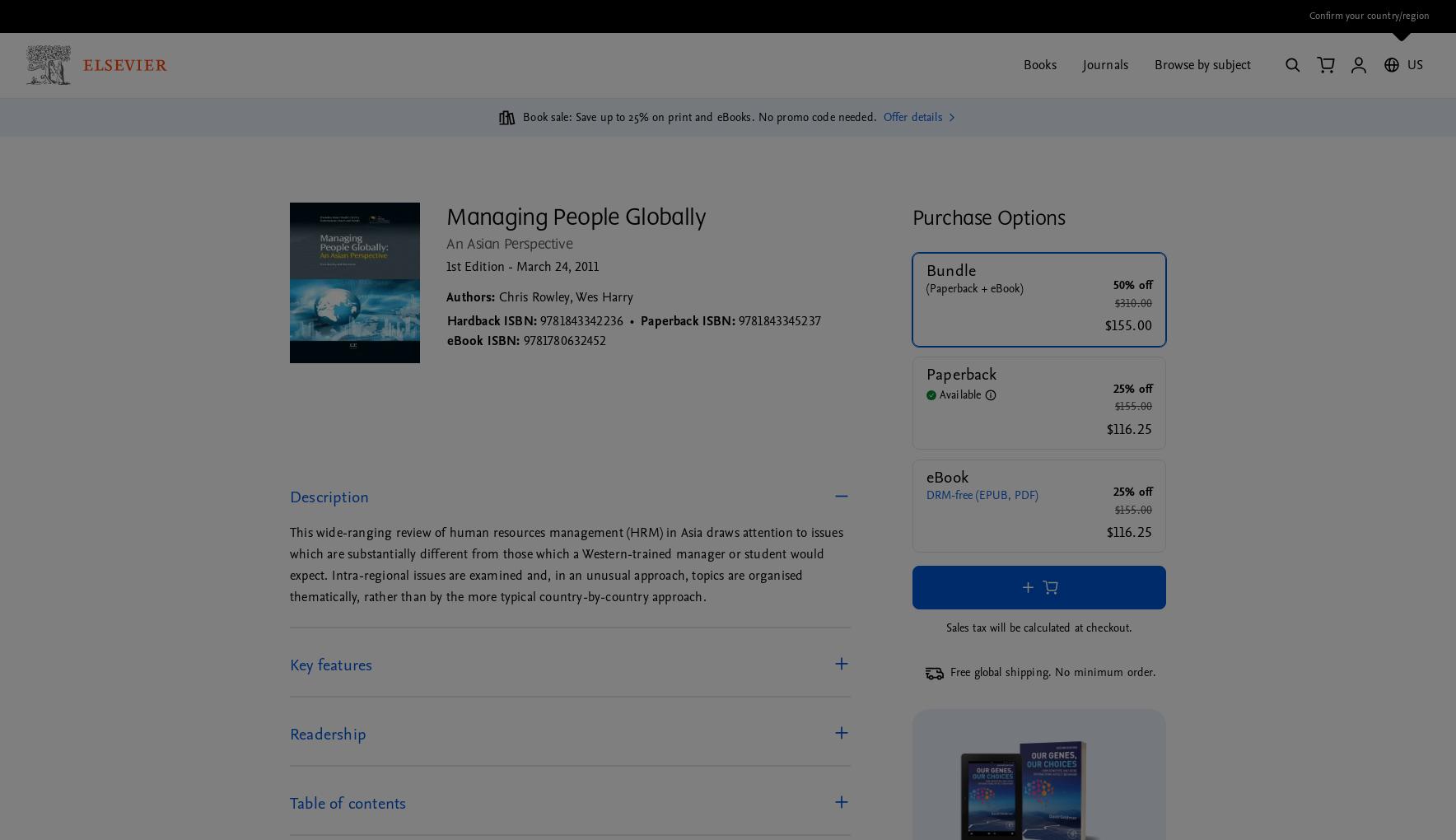 Image resolution: width=1456 pixels, height=840 pixels. What do you see at coordinates (1104, 64) in the screenshot?
I see `'Journals'` at bounding box center [1104, 64].